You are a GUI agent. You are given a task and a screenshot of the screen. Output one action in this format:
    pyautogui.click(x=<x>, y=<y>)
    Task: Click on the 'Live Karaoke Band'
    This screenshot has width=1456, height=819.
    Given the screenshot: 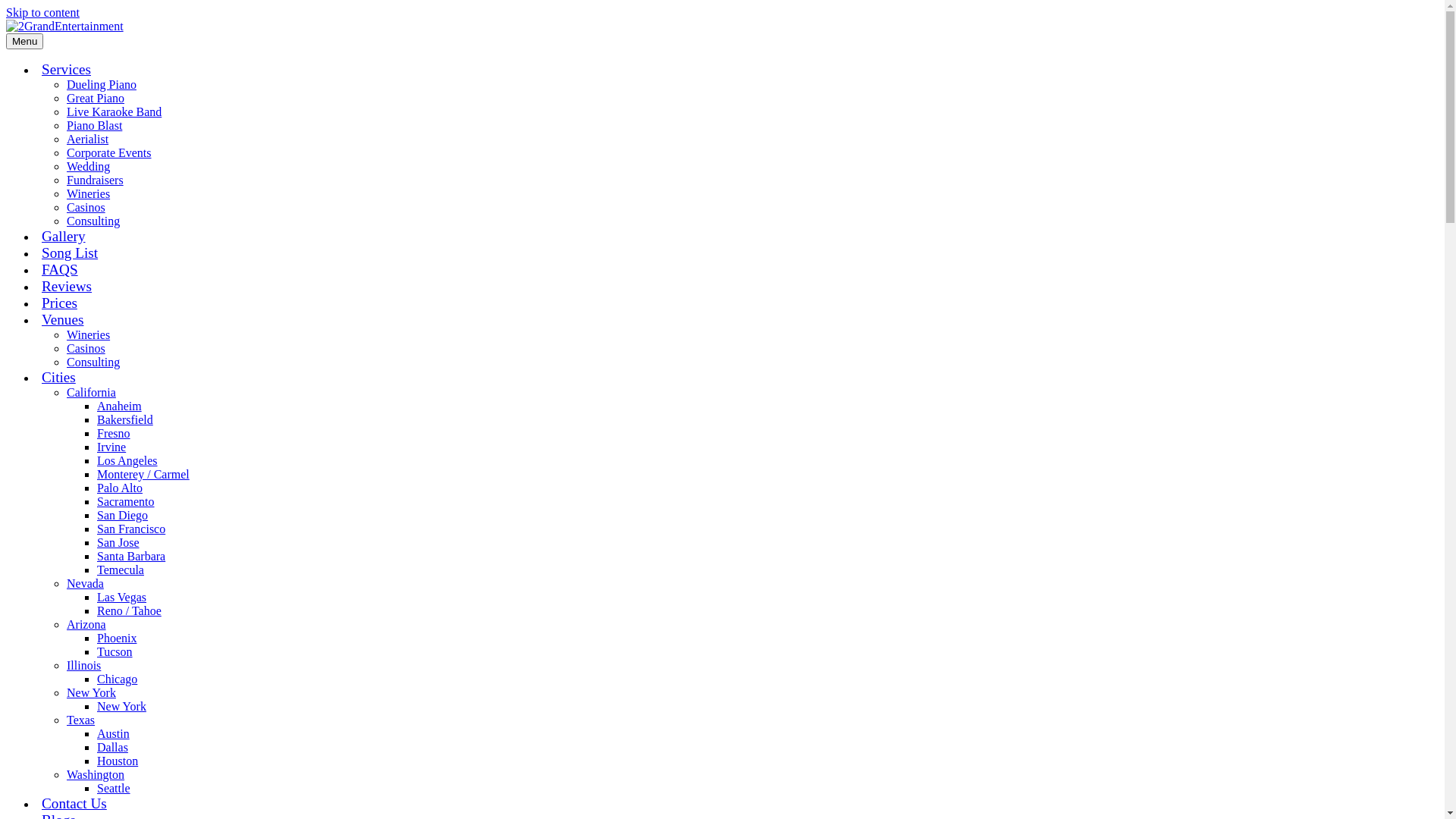 What is the action you would take?
    pyautogui.click(x=113, y=111)
    